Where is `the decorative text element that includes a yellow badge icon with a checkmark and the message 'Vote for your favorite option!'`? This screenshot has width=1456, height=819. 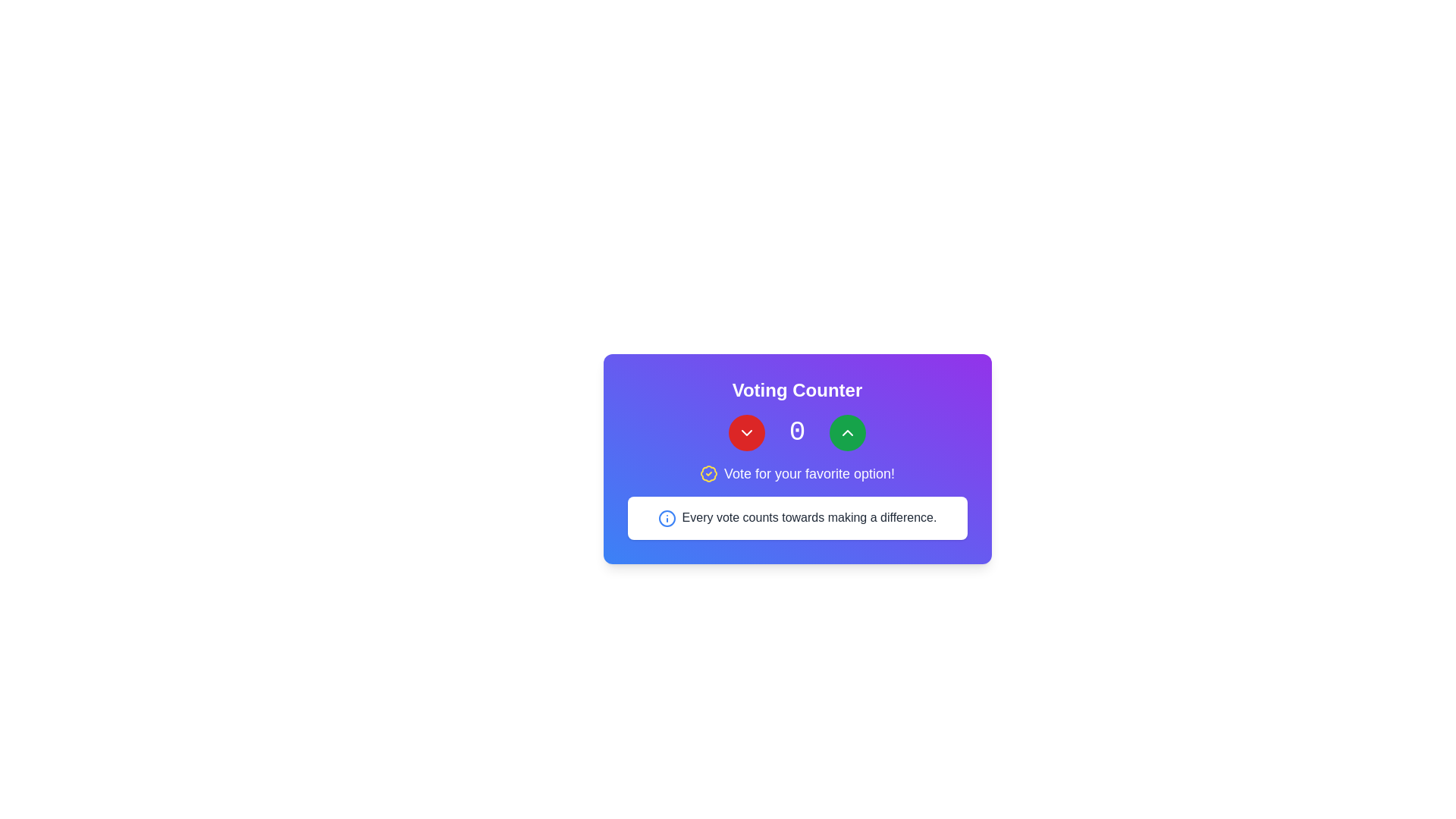
the decorative text element that includes a yellow badge icon with a checkmark and the message 'Vote for your favorite option!' is located at coordinates (796, 472).